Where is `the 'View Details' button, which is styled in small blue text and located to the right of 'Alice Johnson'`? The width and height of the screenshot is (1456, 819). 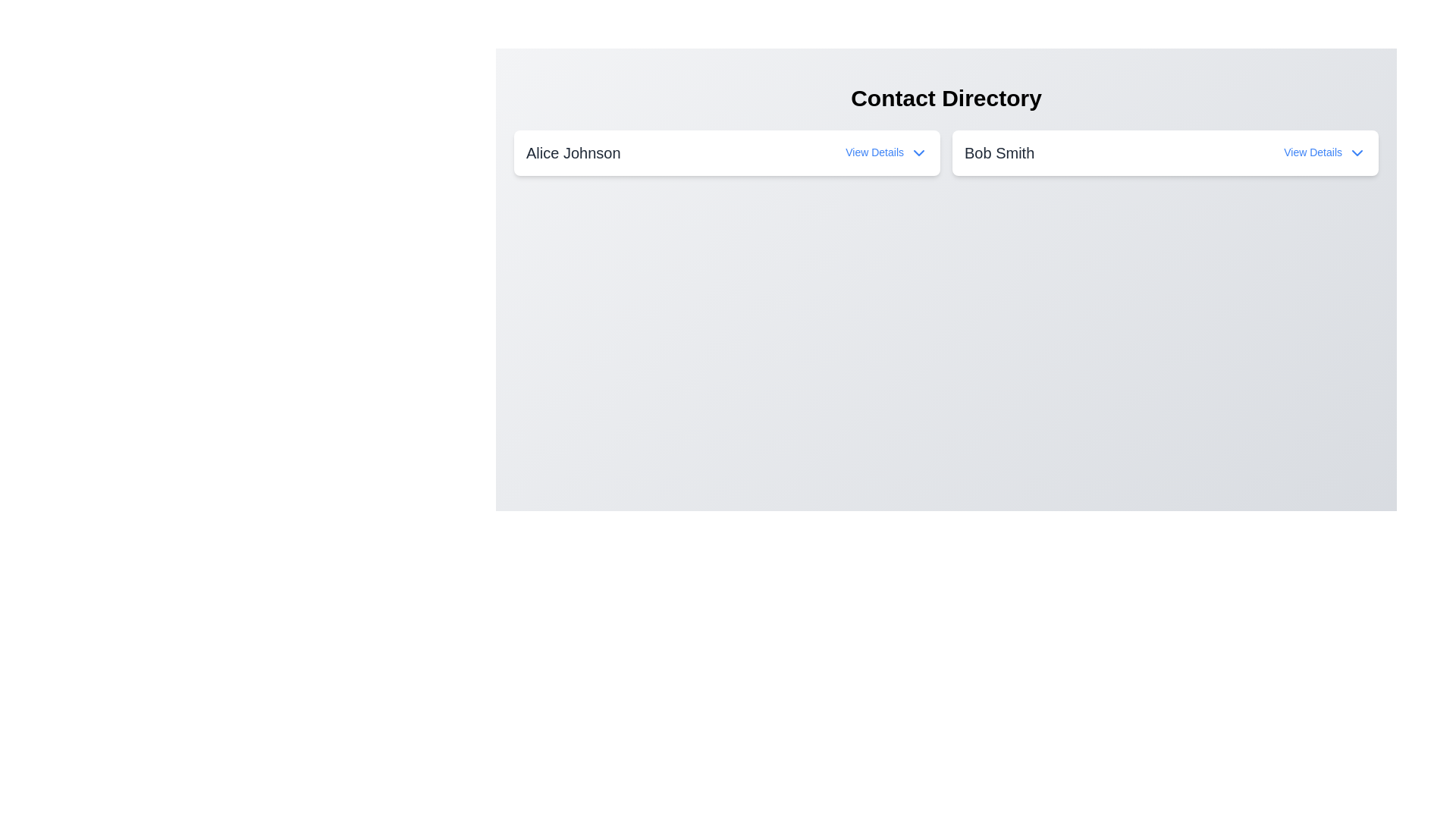 the 'View Details' button, which is styled in small blue text and located to the right of 'Alice Johnson' is located at coordinates (886, 152).